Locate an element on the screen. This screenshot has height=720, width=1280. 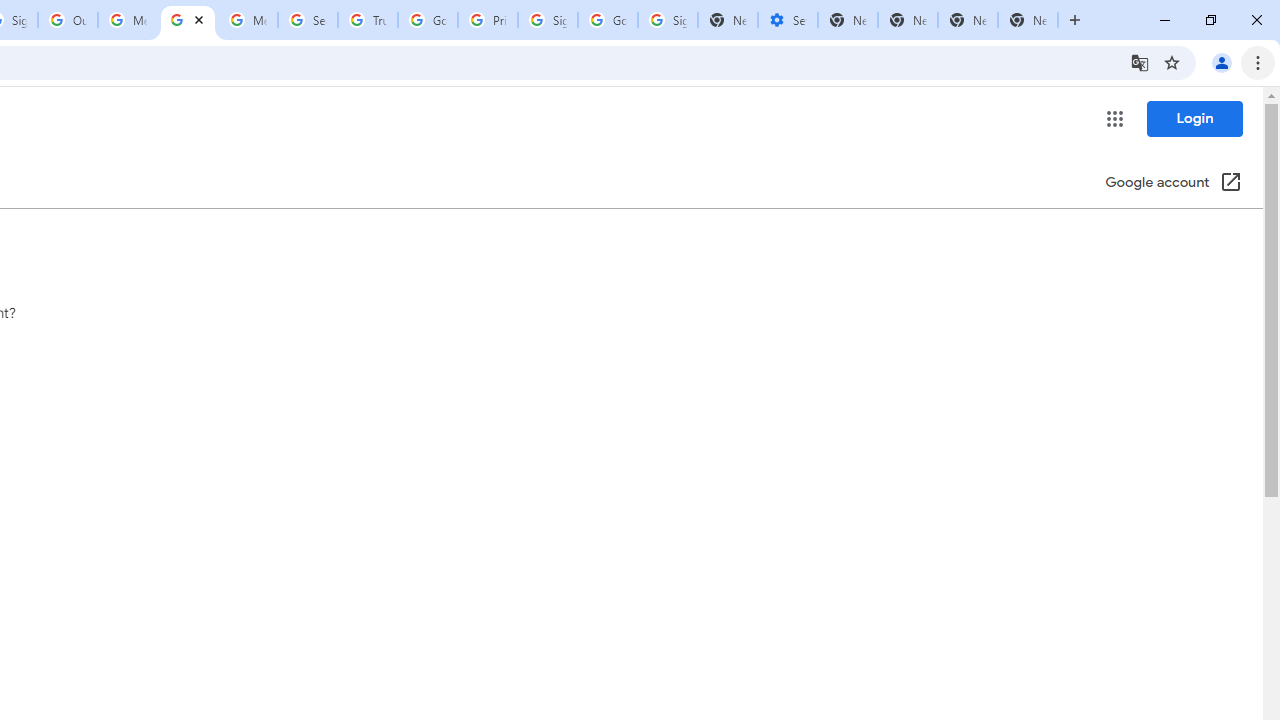
'Google Account (Opens in new window)' is located at coordinates (1173, 183).